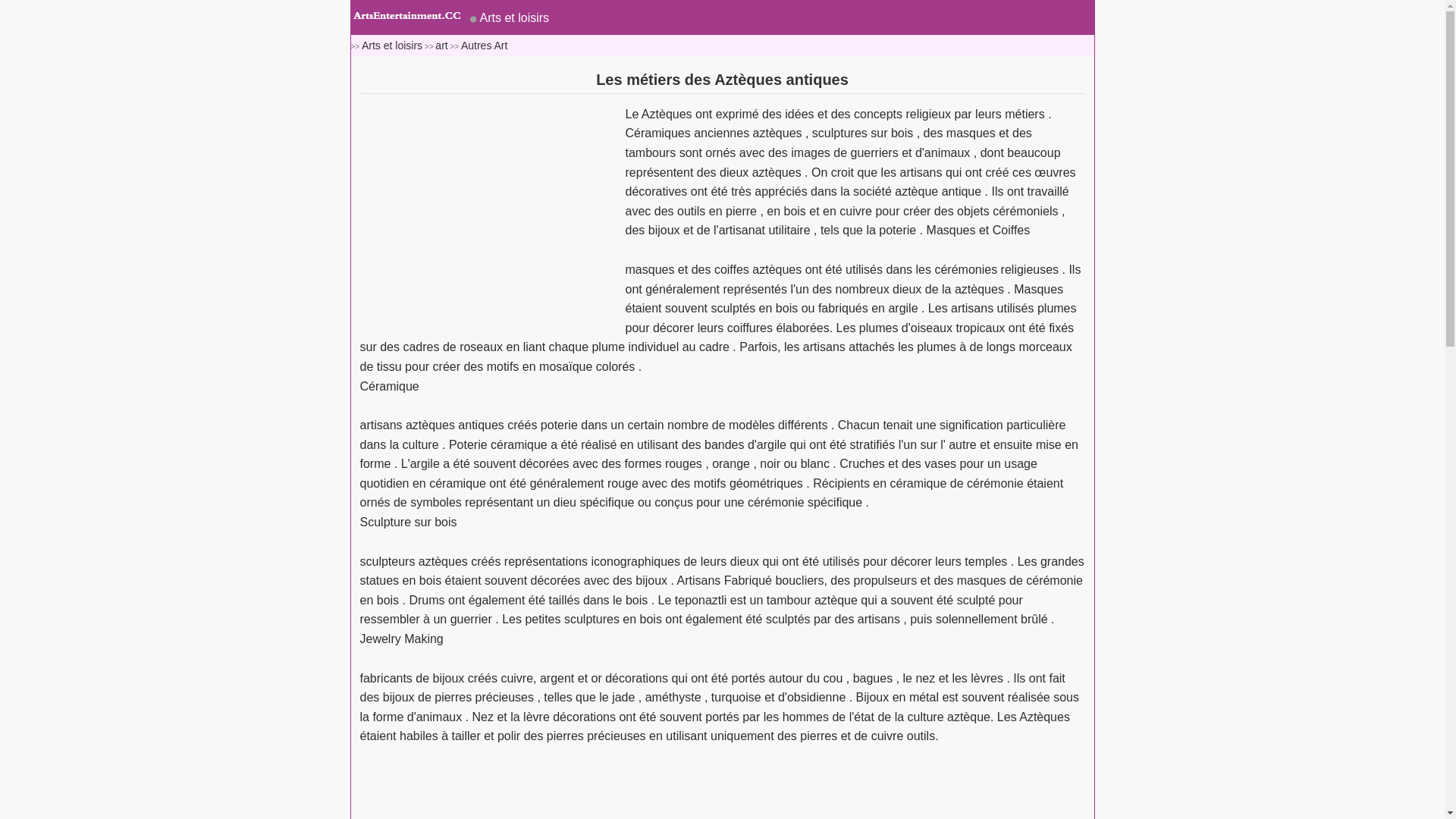  I want to click on 'Arts et loisirs', so click(509, 17).